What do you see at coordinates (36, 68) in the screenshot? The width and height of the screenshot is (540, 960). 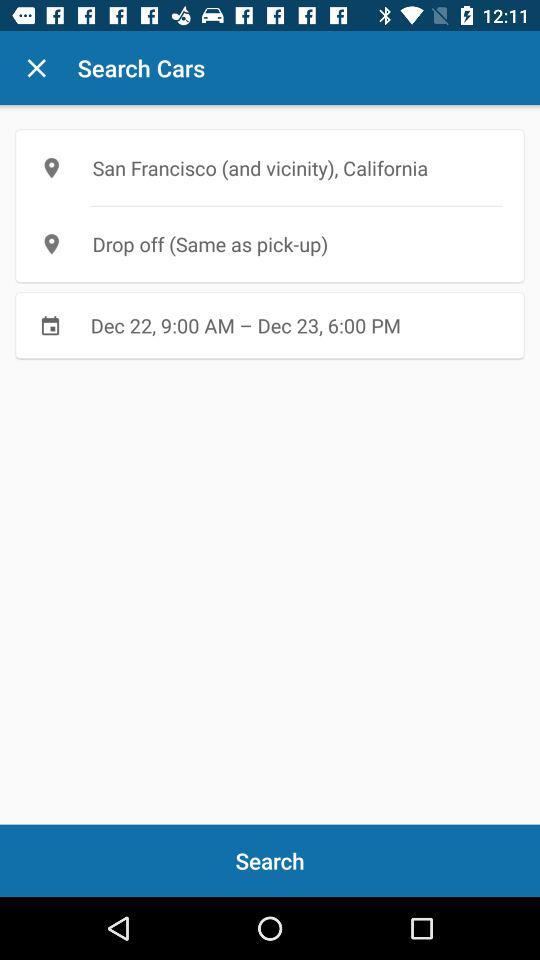 I see `icon to the left of search cars item` at bounding box center [36, 68].